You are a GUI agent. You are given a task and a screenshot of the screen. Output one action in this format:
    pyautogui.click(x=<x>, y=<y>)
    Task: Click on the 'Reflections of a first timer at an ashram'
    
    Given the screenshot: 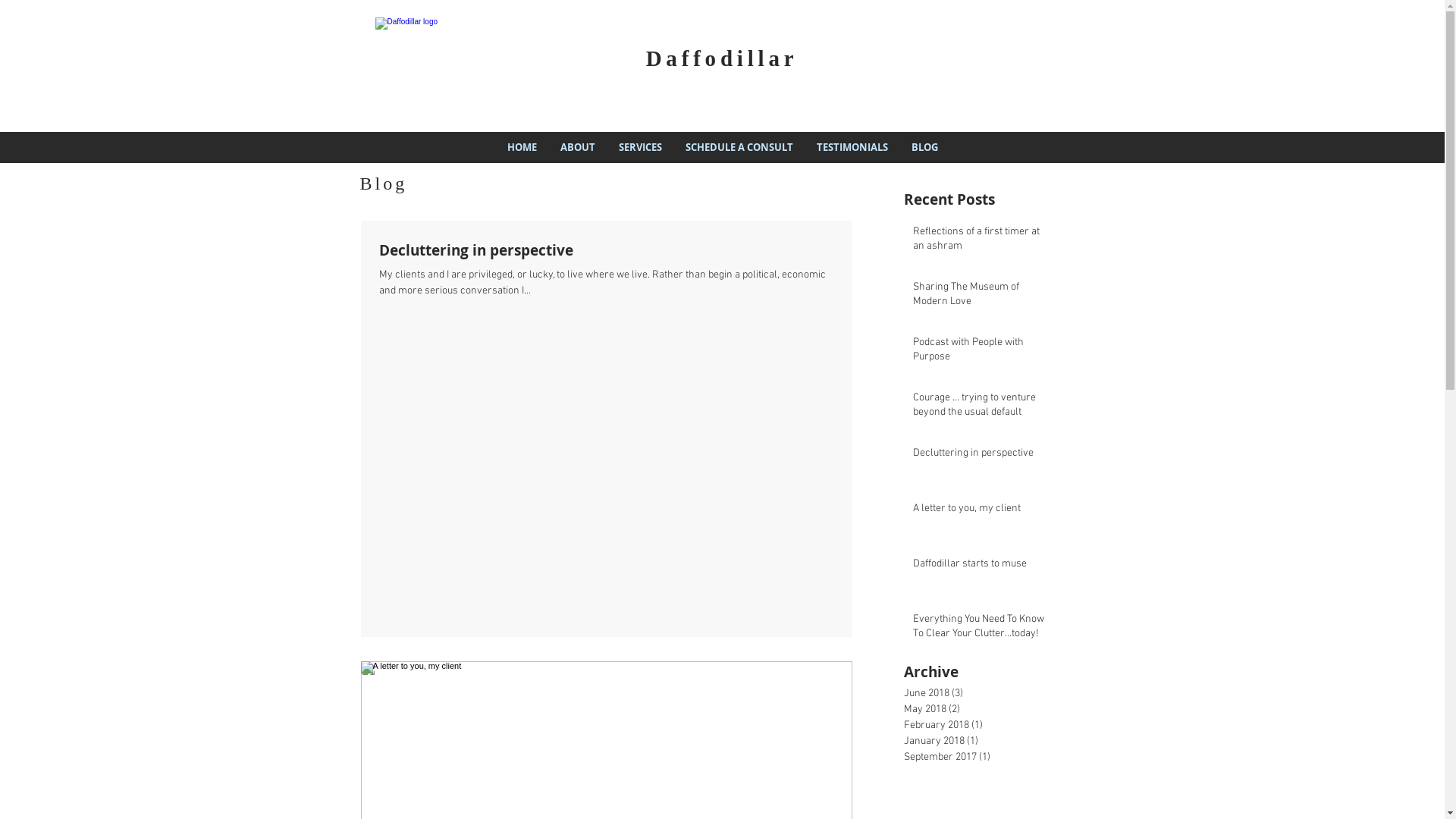 What is the action you would take?
    pyautogui.click(x=912, y=241)
    